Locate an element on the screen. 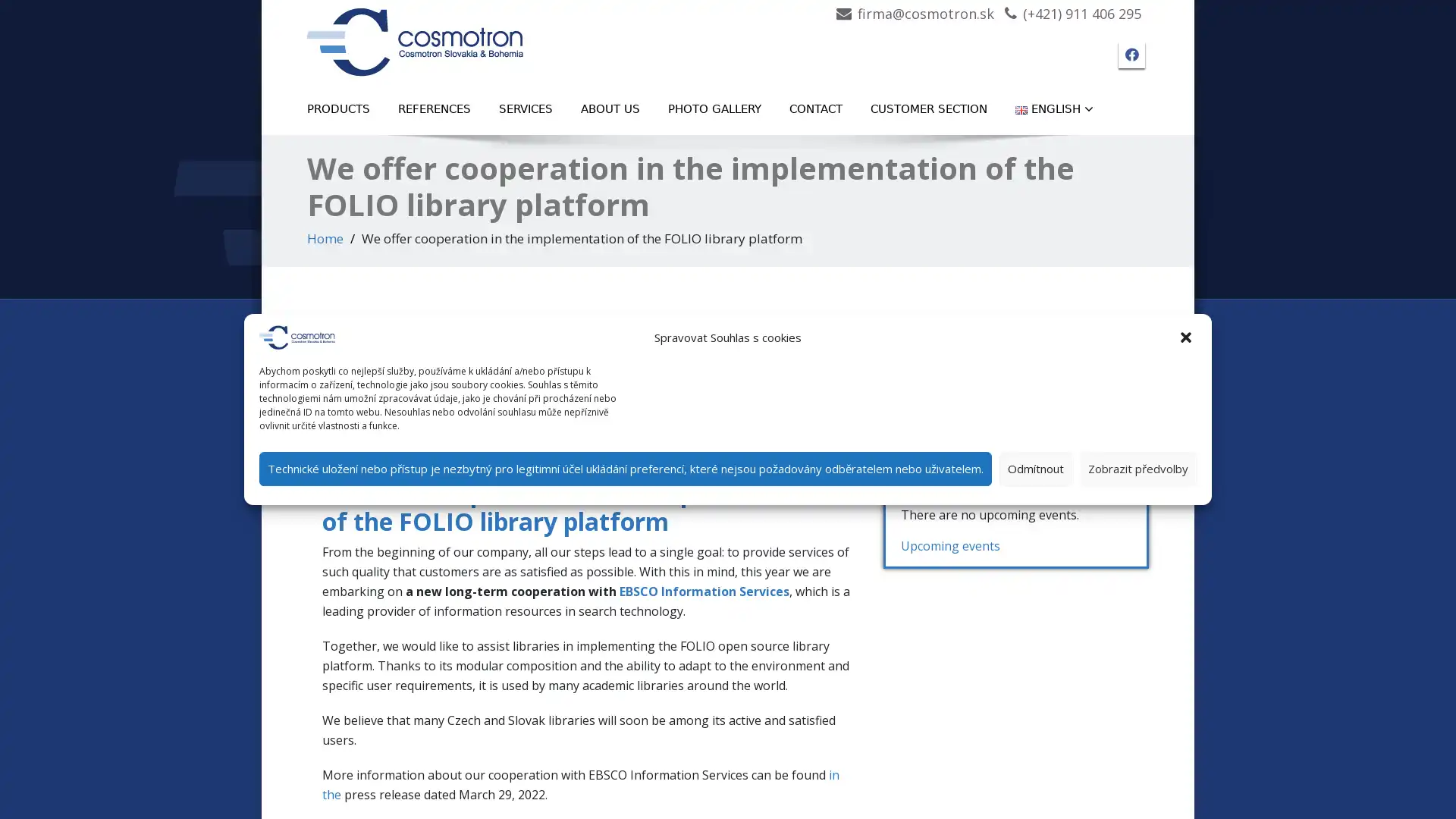 This screenshot has width=1456, height=819. Odmitnout is located at coordinates (1035, 467).